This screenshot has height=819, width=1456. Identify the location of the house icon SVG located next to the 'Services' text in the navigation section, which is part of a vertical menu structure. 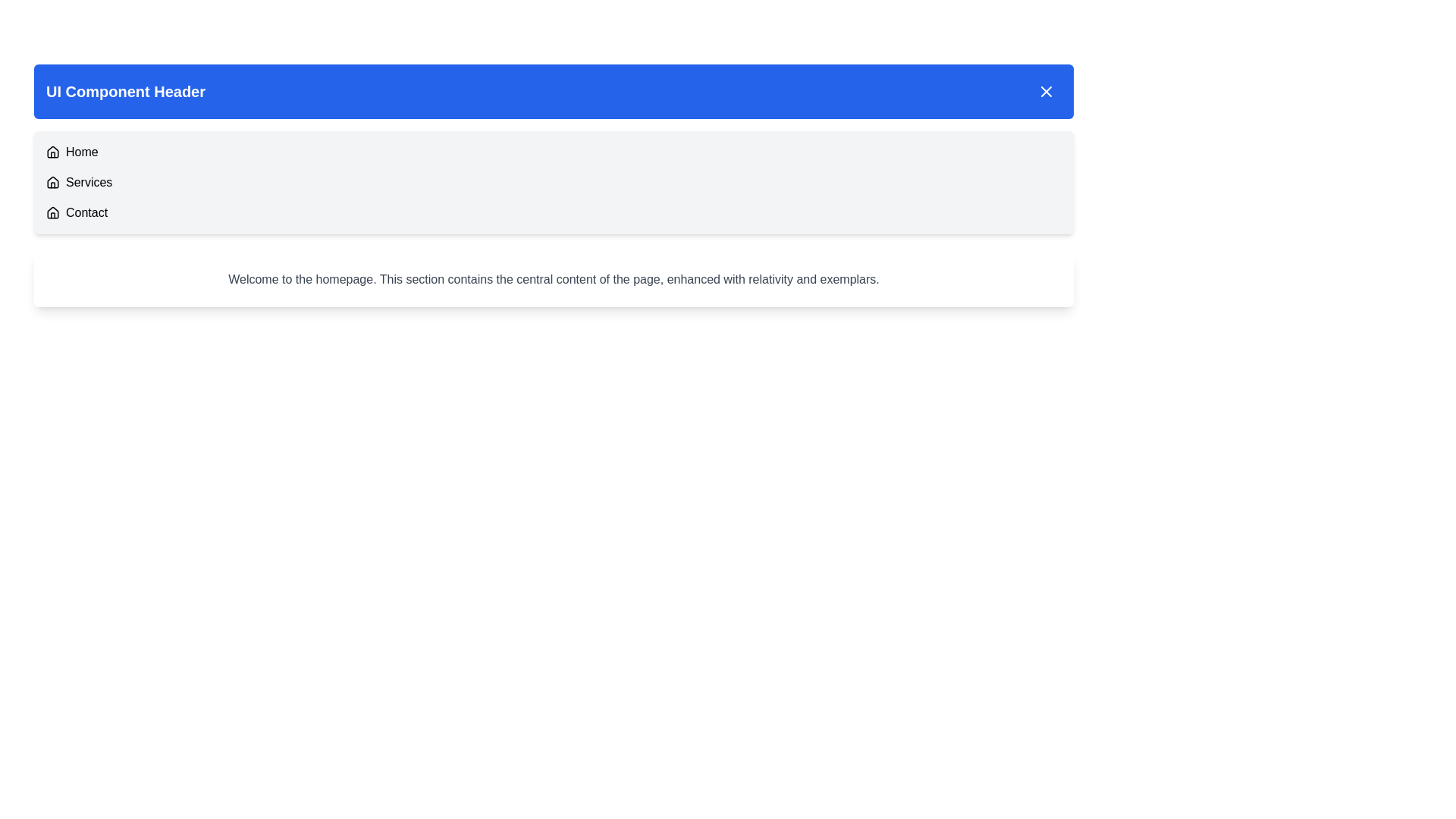
(53, 181).